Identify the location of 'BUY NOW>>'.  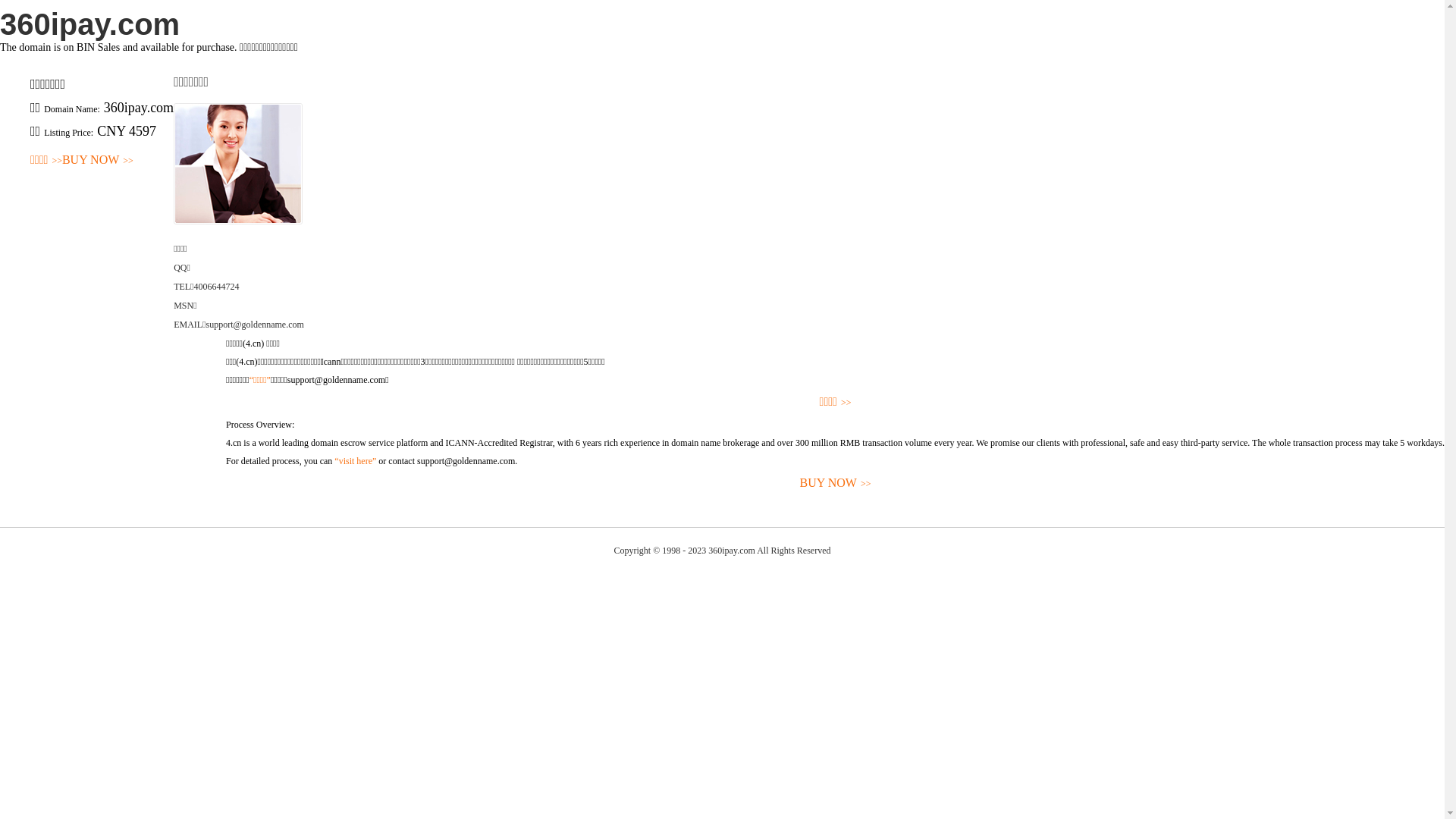
(97, 160).